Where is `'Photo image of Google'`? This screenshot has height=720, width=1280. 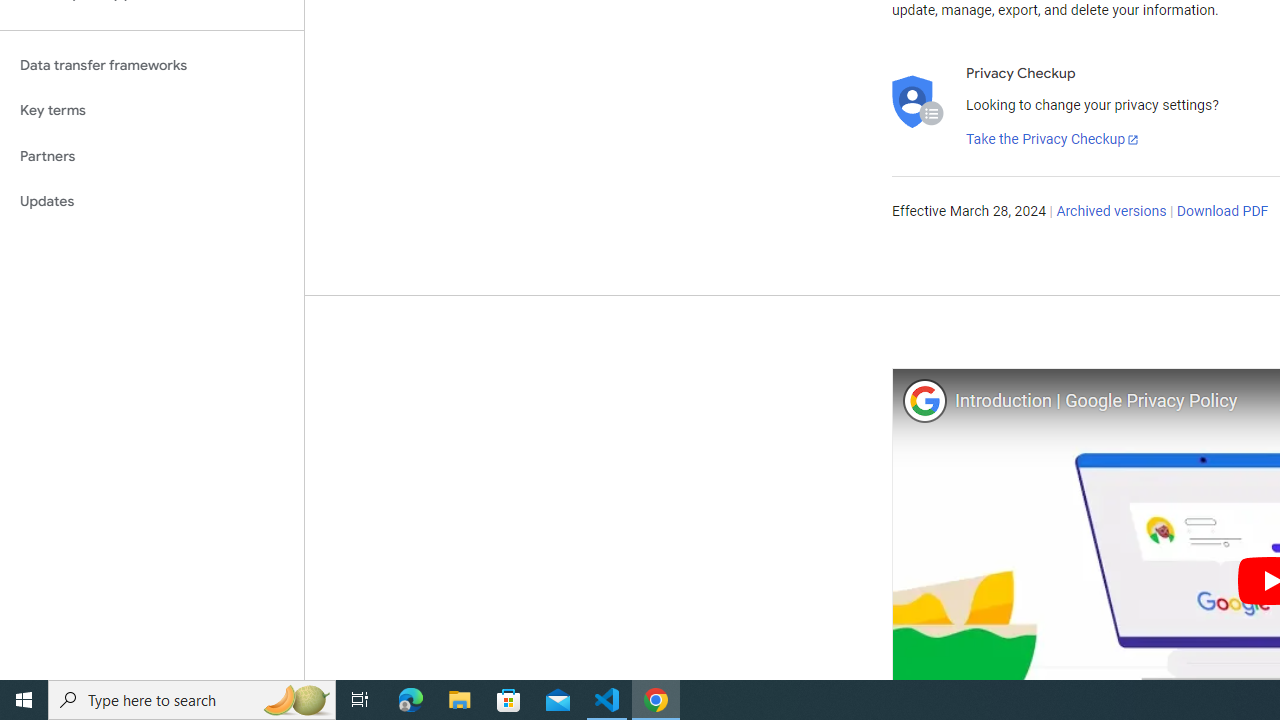
'Photo image of Google' is located at coordinates (923, 400).